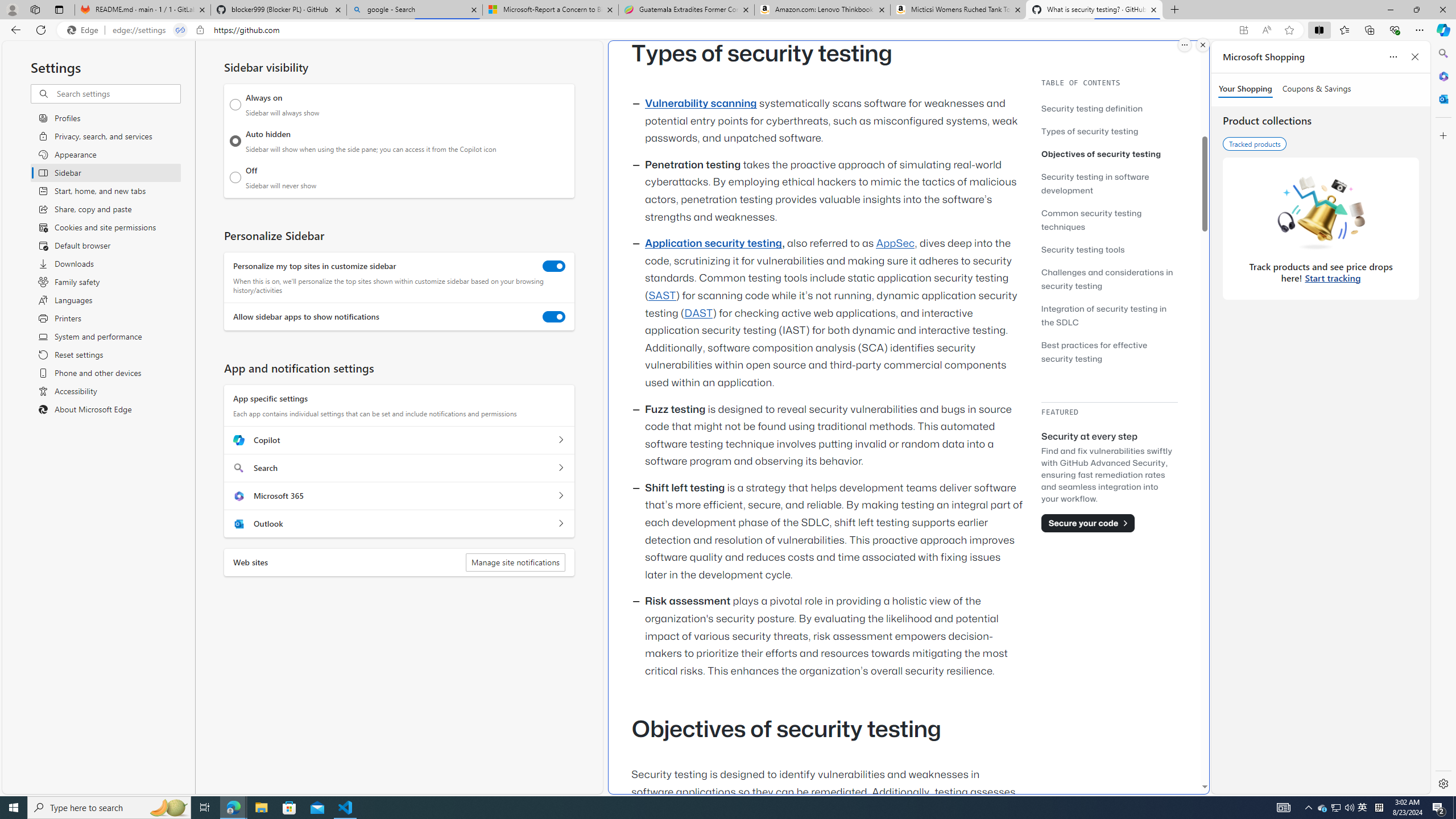 This screenshot has width=1456, height=819. Describe the element at coordinates (1089, 130) in the screenshot. I see `'Types of security testing'` at that location.